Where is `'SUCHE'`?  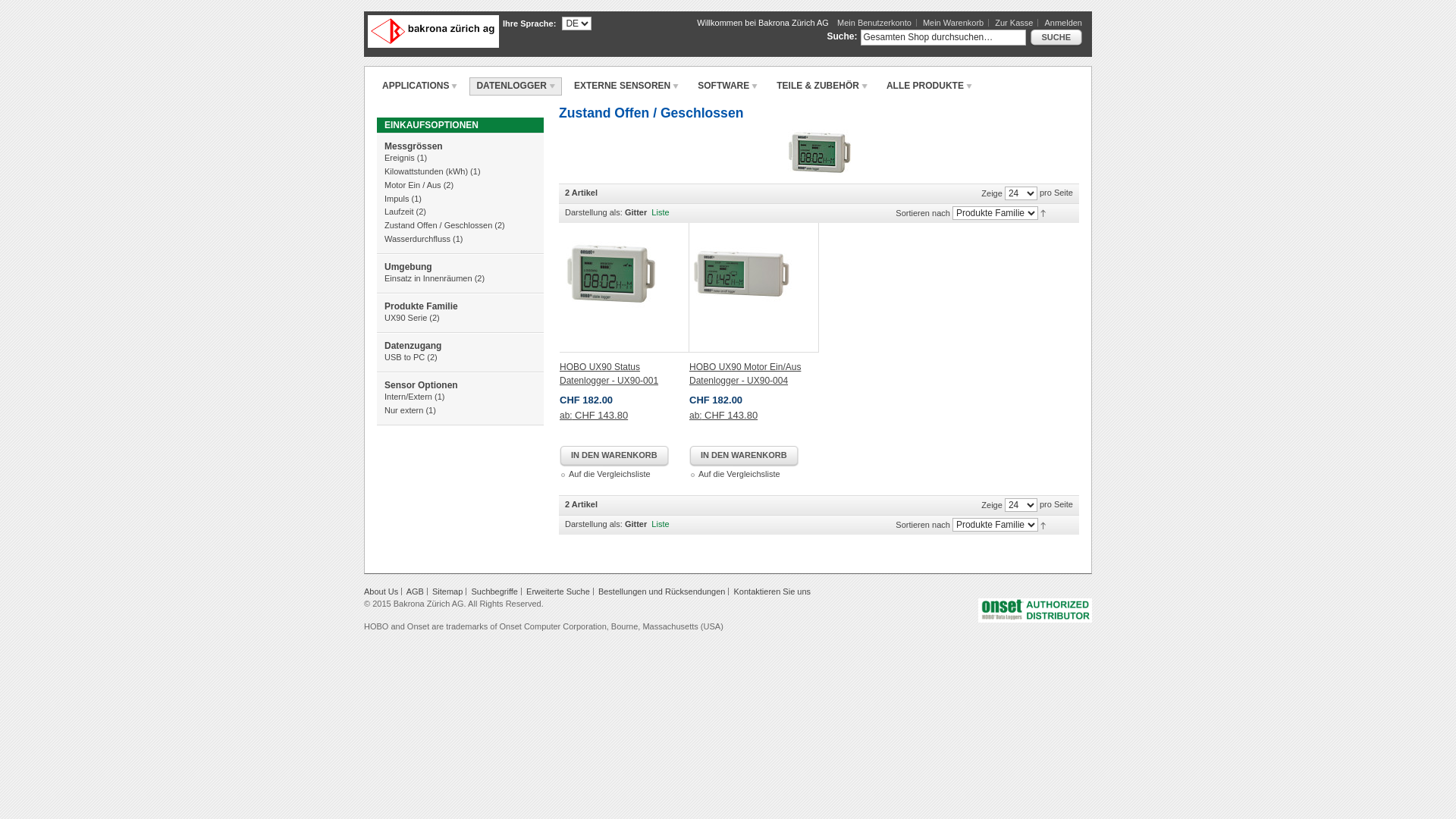
'SUCHE' is located at coordinates (1030, 37).